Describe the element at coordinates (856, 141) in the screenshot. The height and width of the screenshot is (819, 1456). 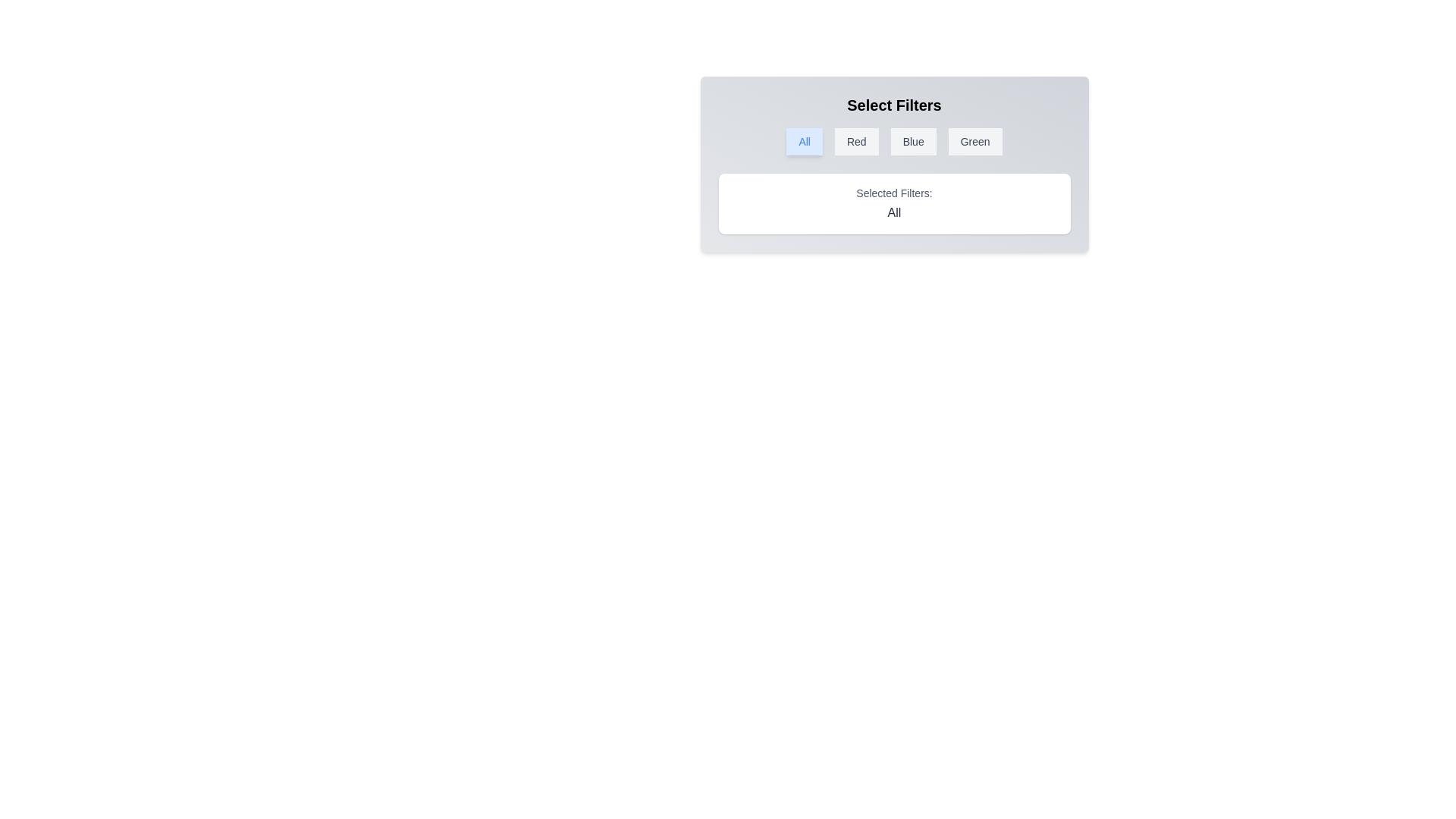
I see `the filter button Red` at that location.